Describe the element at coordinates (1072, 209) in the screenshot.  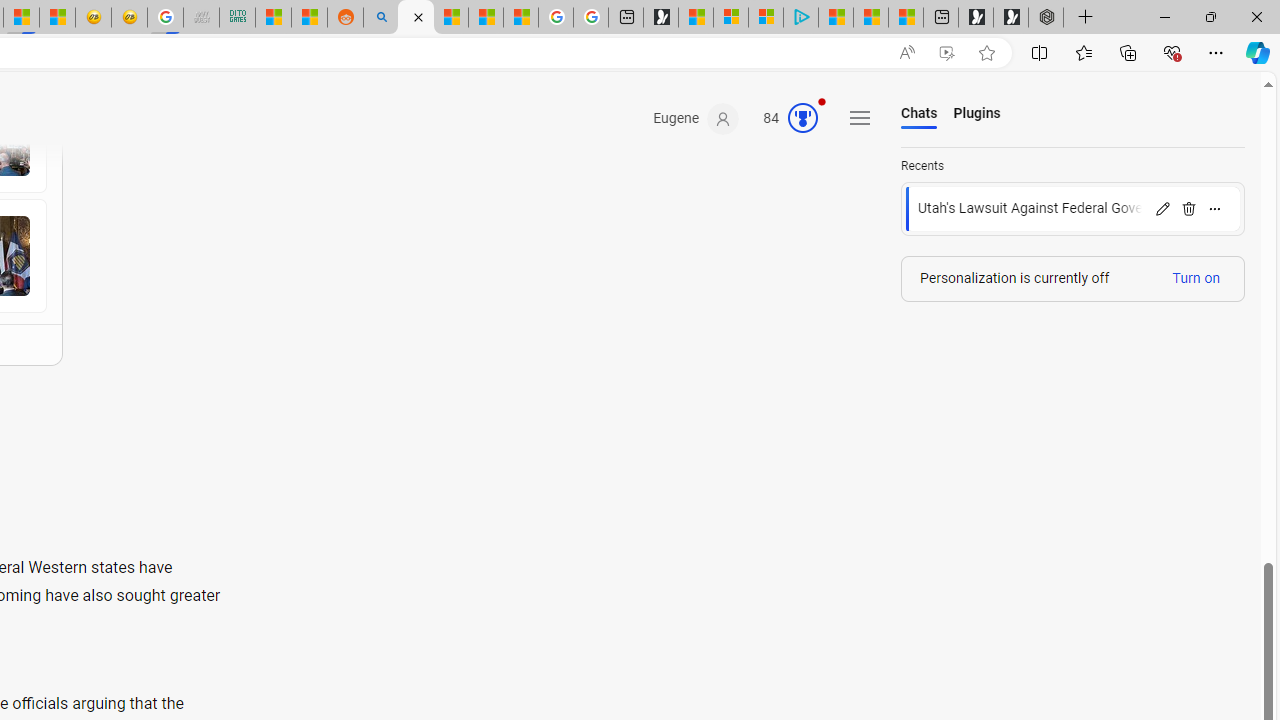
I see `'Load chat'` at that location.